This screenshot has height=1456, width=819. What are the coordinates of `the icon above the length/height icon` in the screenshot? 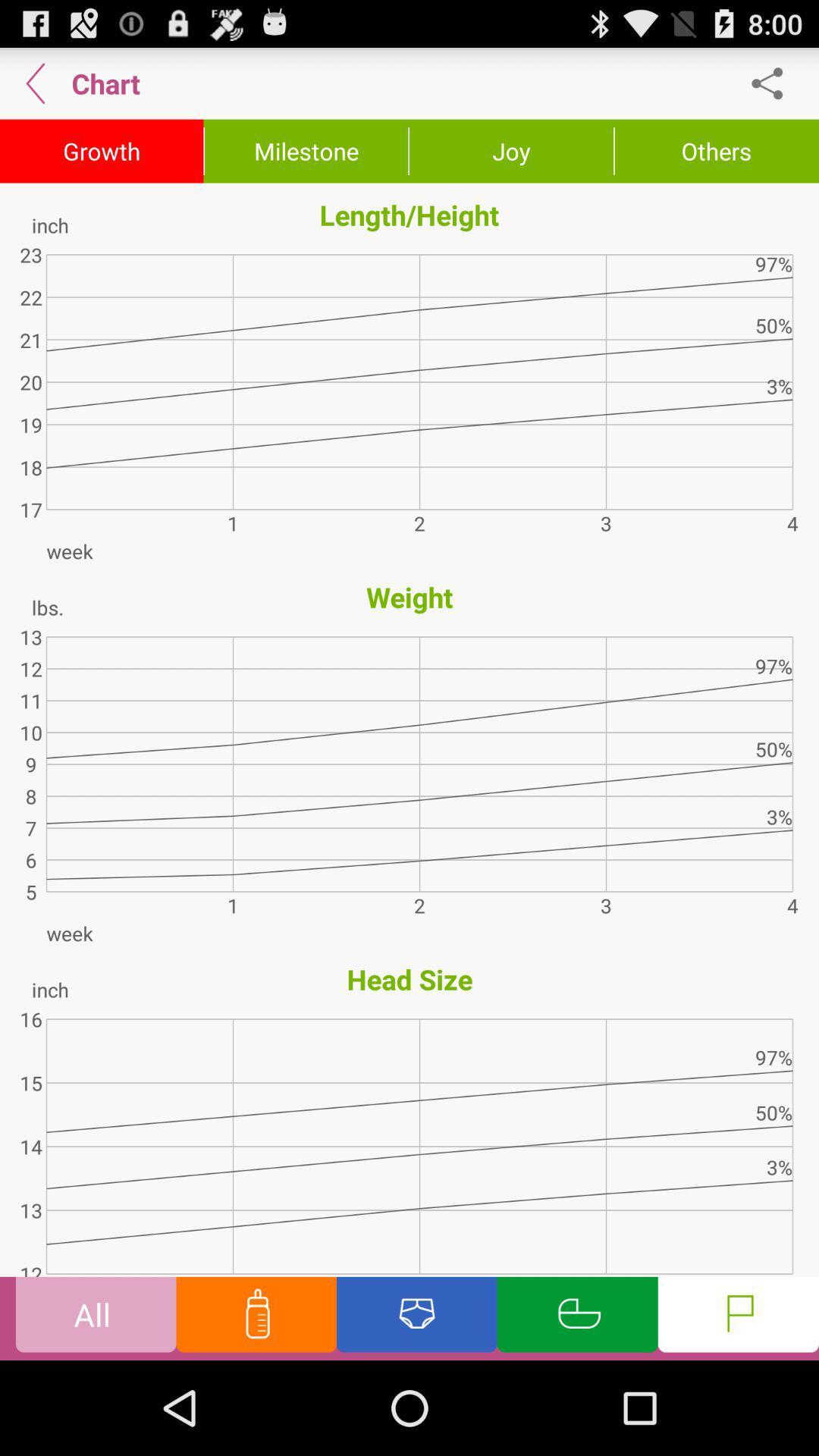 It's located at (511, 151).